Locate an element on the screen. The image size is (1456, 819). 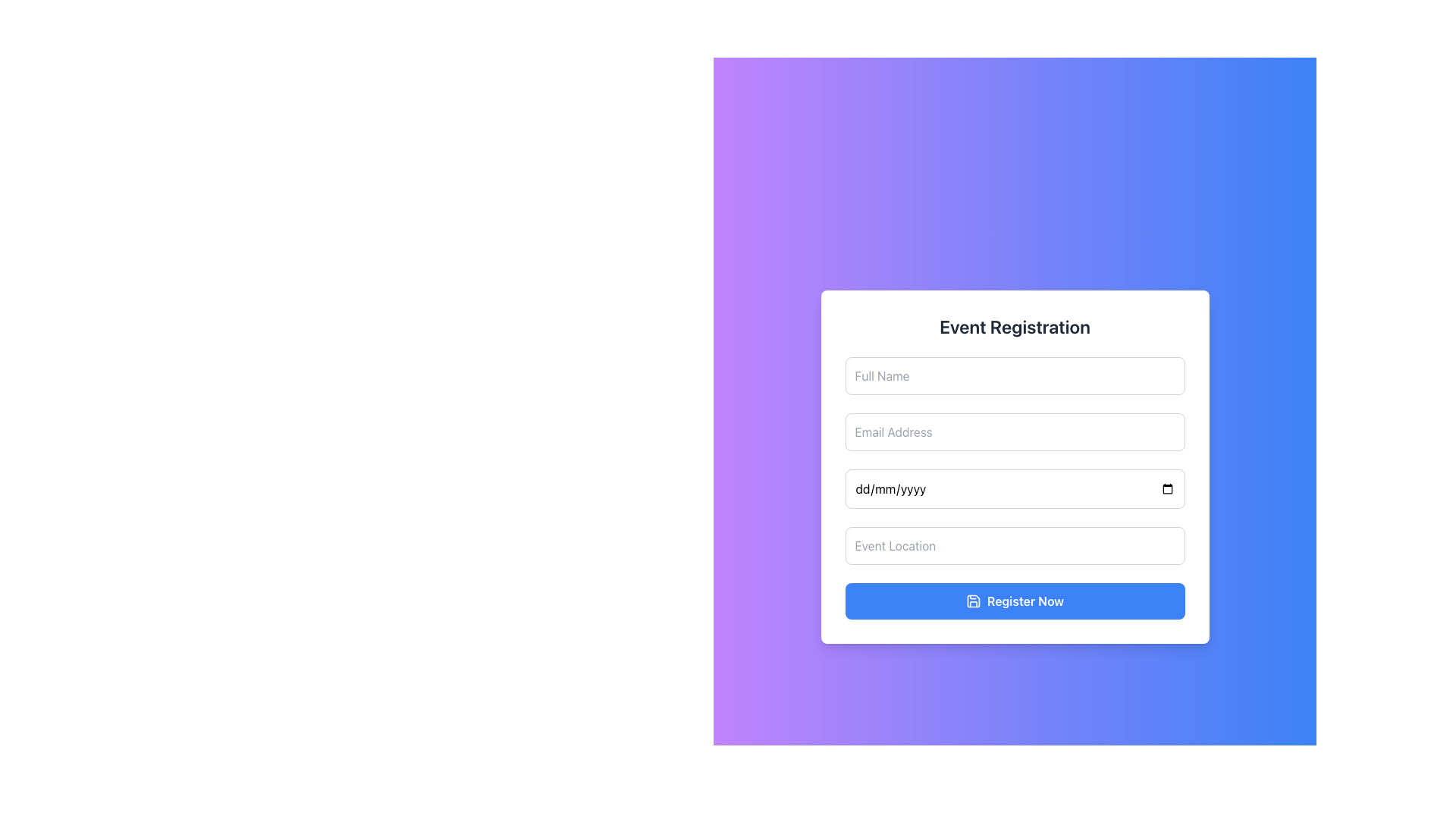
the large, rectangular 'Register Now' button with a blue background and white text is located at coordinates (1015, 601).